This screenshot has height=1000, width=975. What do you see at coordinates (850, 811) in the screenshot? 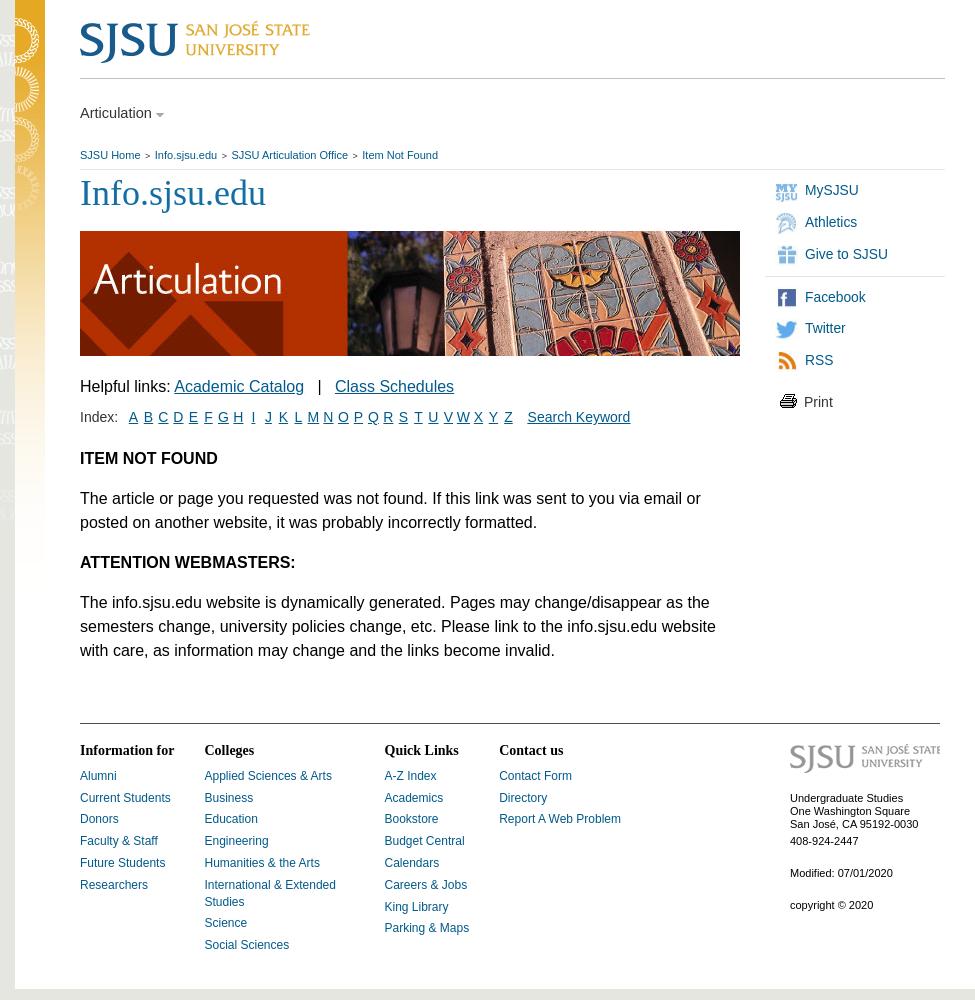
I see `'One Washington Square'` at bounding box center [850, 811].